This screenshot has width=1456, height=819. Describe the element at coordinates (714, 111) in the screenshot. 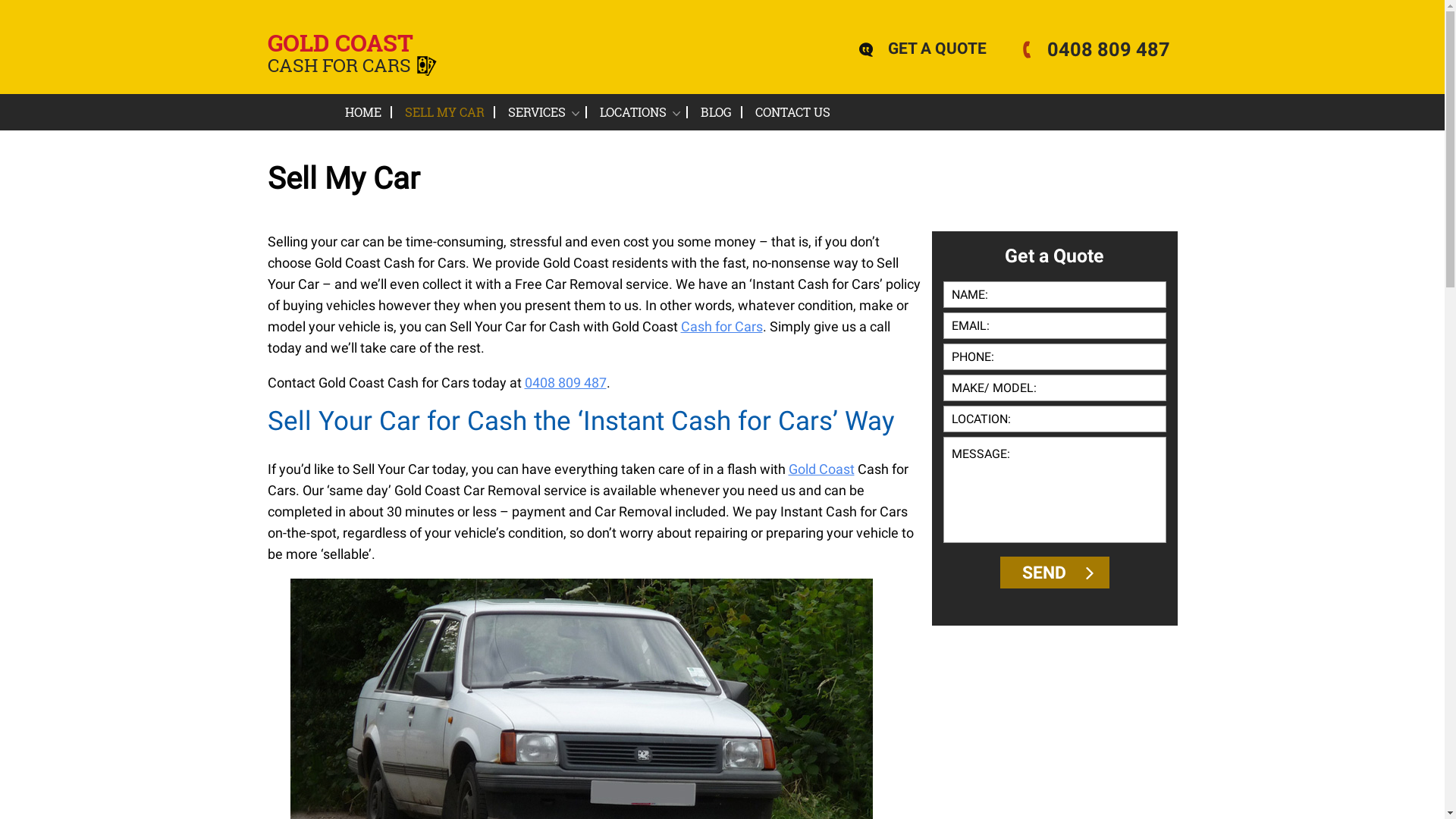

I see `'BLOG'` at that location.